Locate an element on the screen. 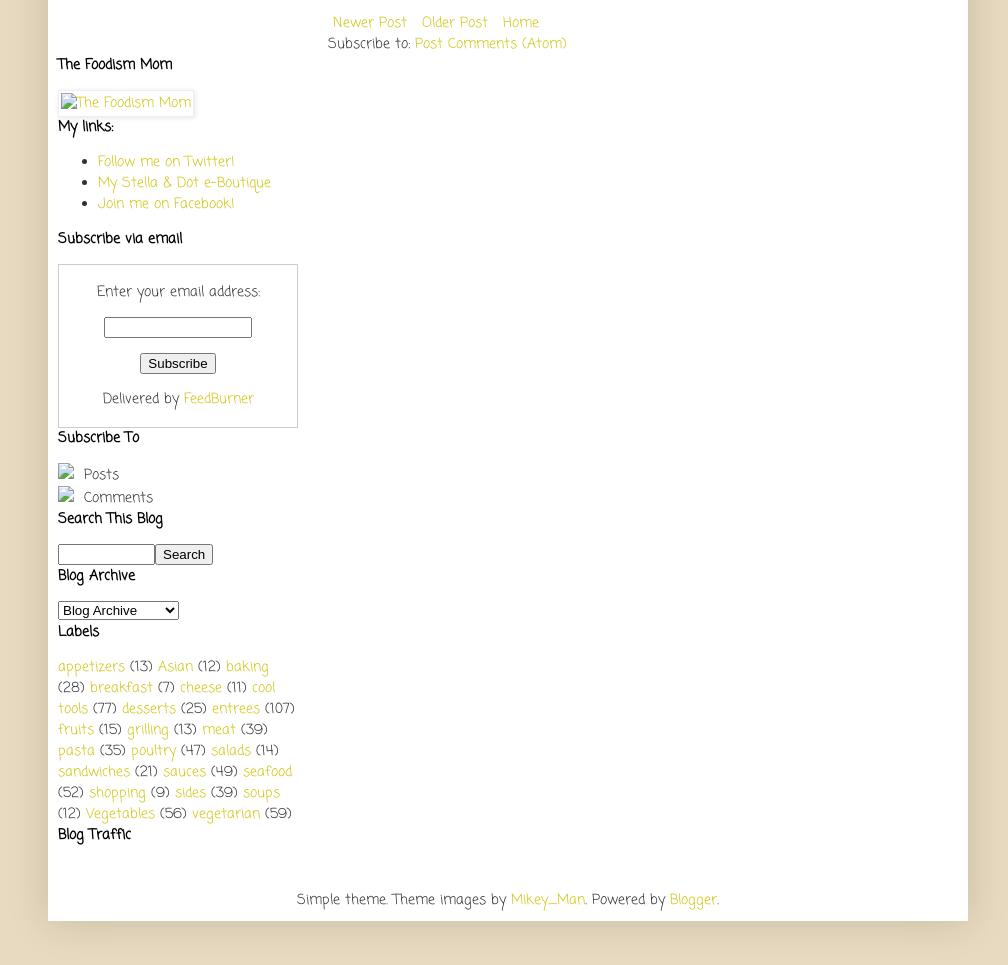 Image resolution: width=1008 pixels, height=965 pixels. 'Simple theme. Theme images by' is located at coordinates (404, 898).